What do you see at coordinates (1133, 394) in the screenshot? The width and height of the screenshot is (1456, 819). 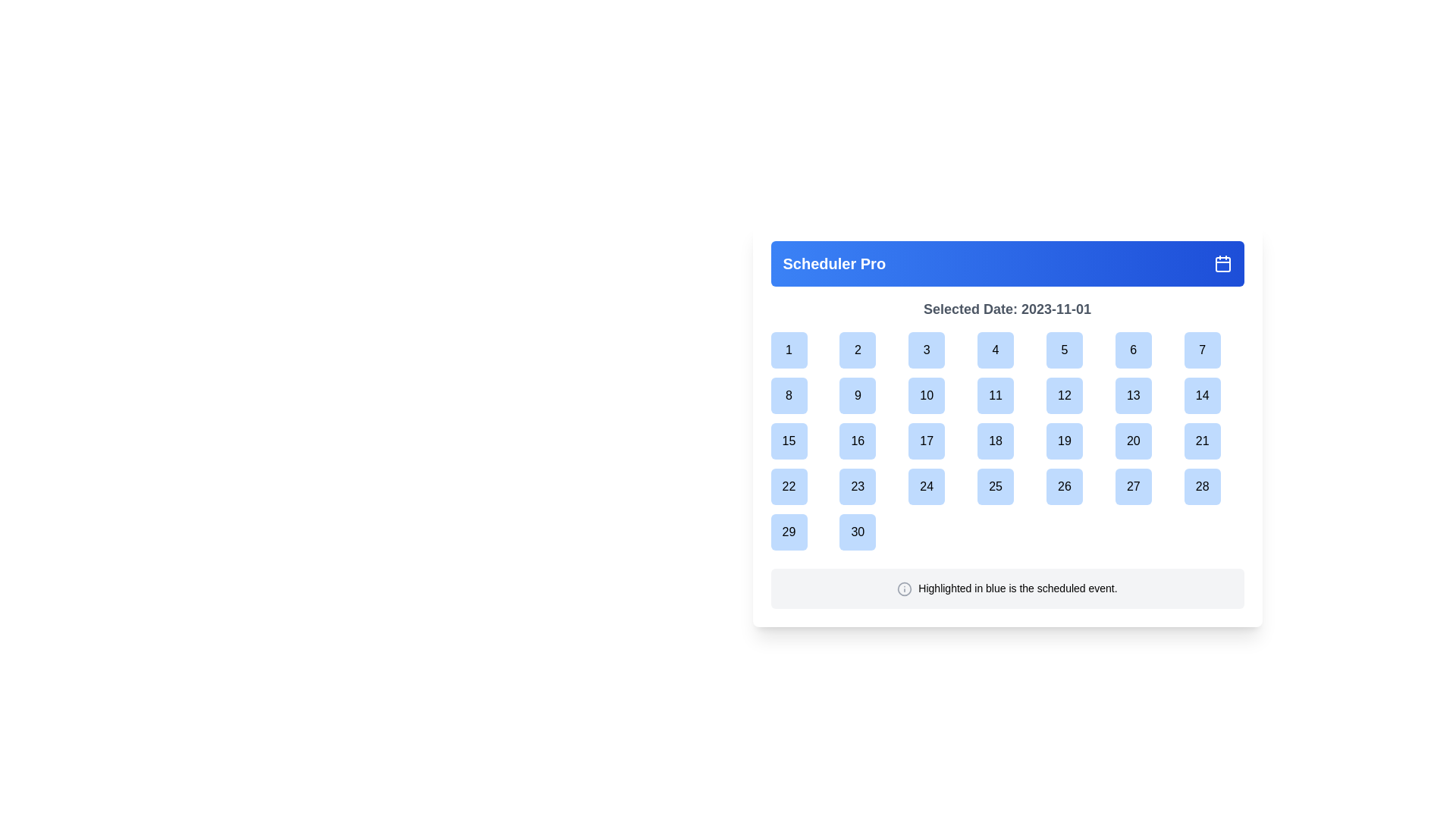 I see `the Interactive Calendar Day Cell representing the 13th day of November 2023` at bounding box center [1133, 394].